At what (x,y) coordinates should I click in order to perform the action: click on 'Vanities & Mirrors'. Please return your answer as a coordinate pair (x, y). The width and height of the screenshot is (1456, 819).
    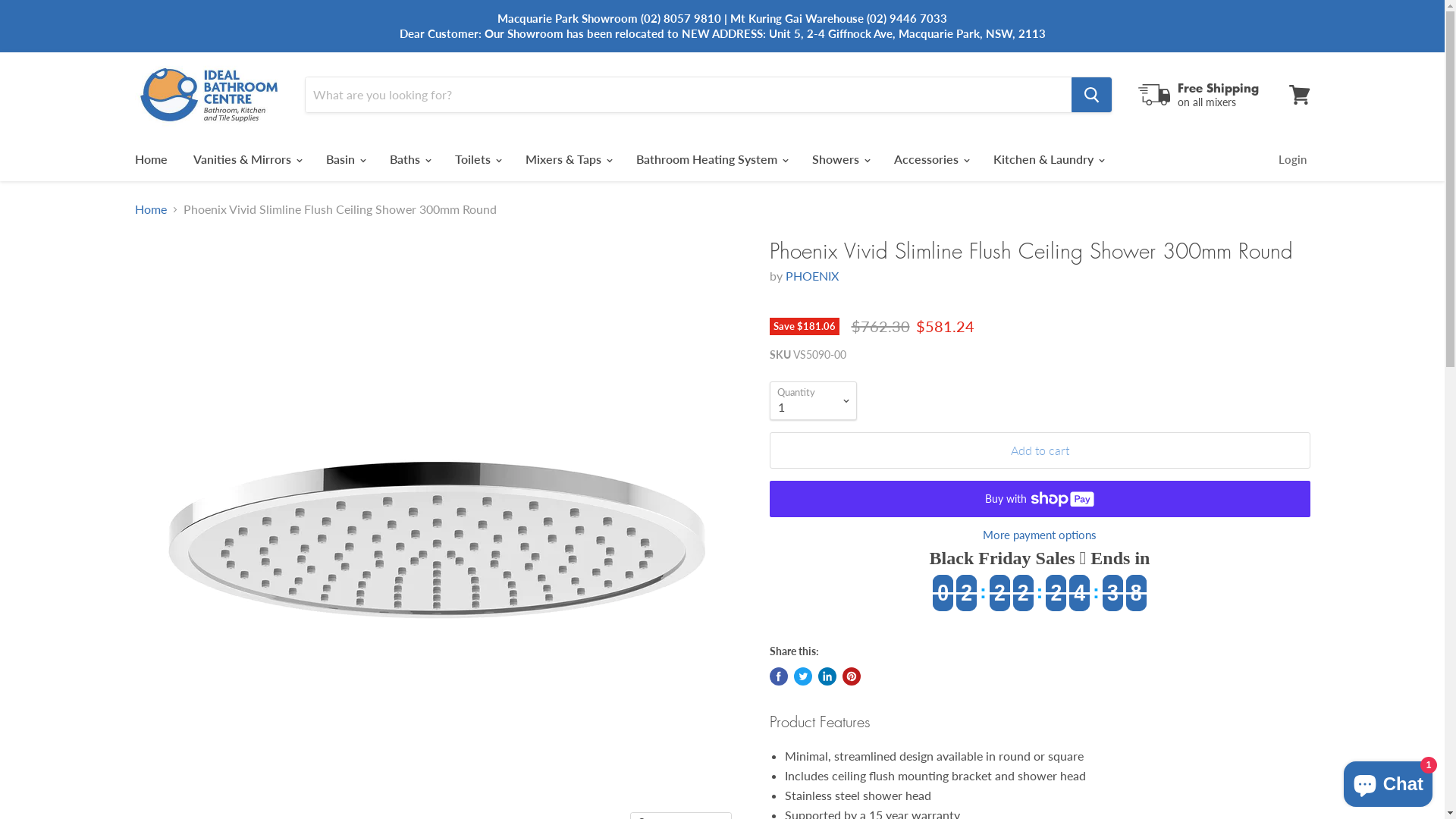
    Looking at the image, I should click on (246, 158).